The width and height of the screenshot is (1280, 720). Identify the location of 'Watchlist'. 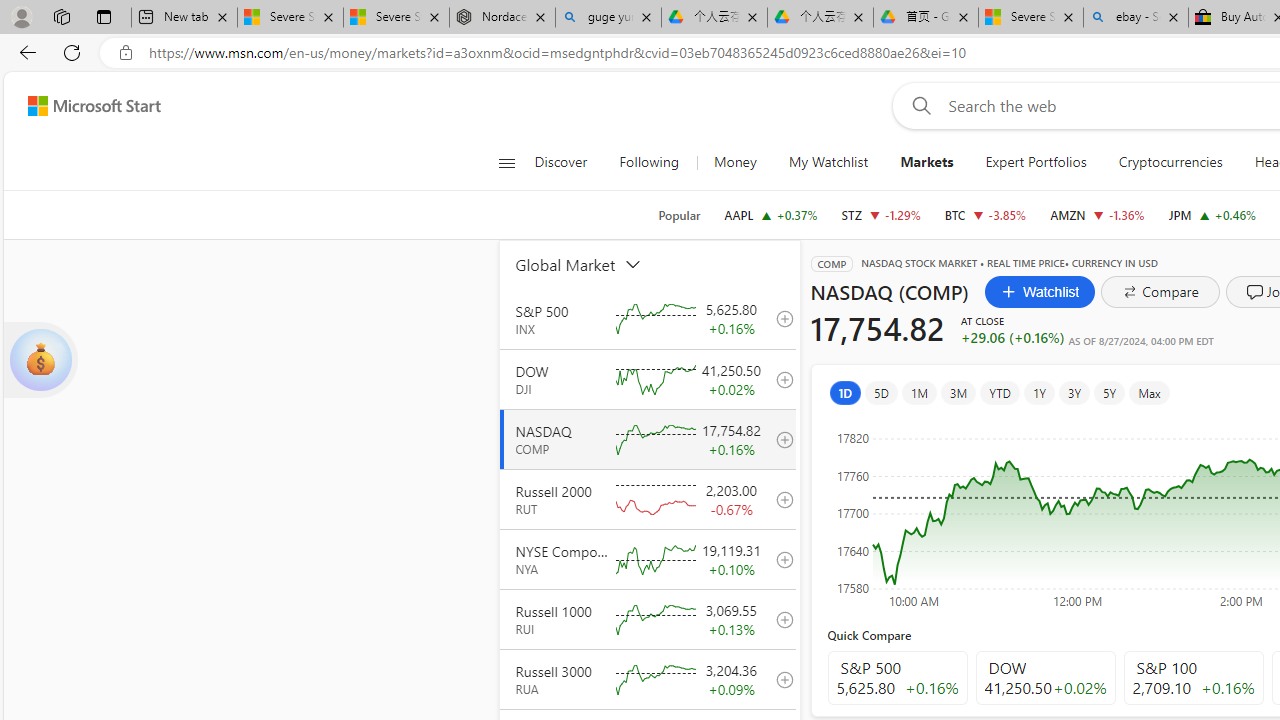
(1040, 291).